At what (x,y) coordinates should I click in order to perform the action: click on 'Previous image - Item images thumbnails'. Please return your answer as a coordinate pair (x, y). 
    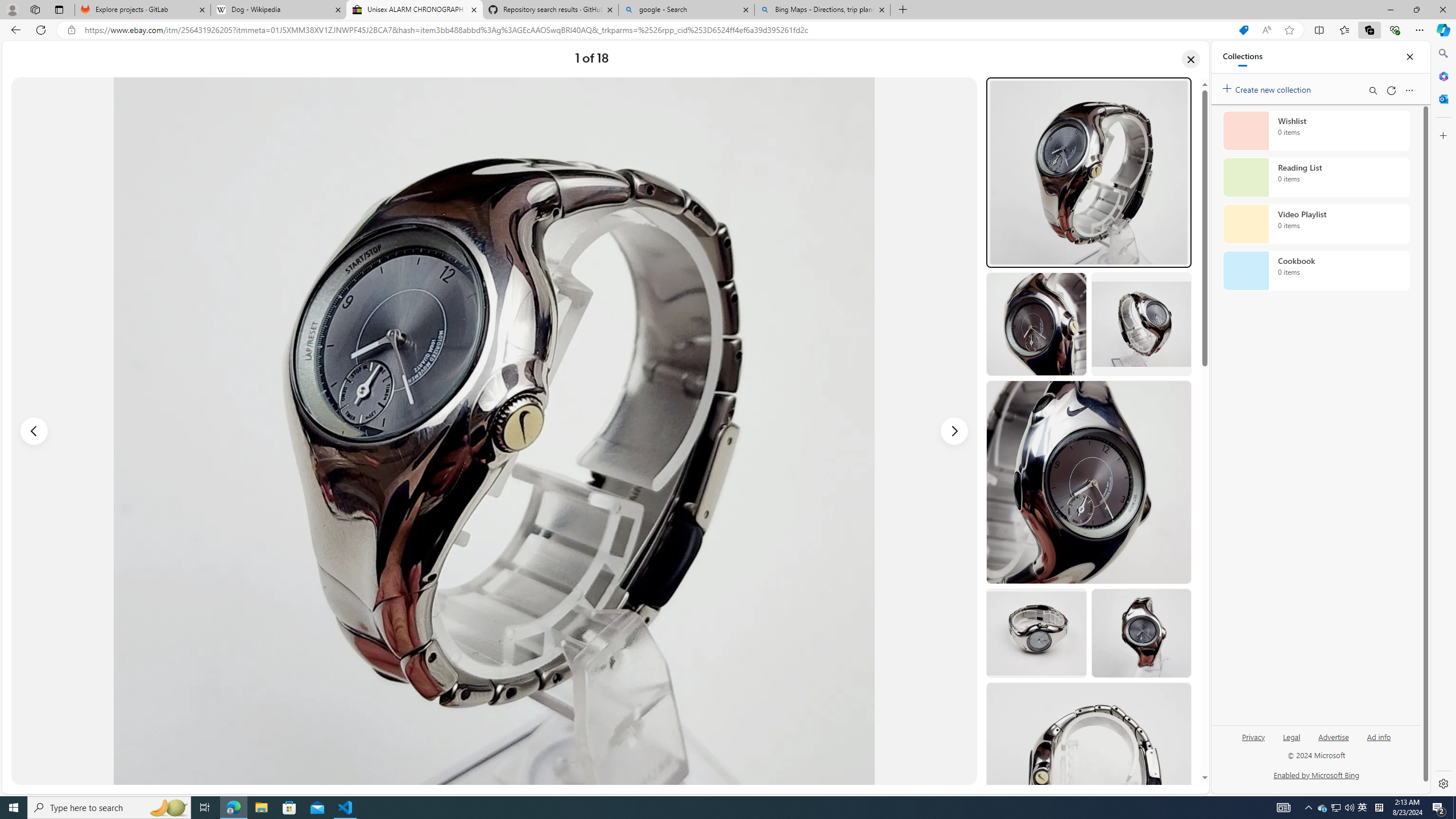
    Looking at the image, I should click on (34, 431).